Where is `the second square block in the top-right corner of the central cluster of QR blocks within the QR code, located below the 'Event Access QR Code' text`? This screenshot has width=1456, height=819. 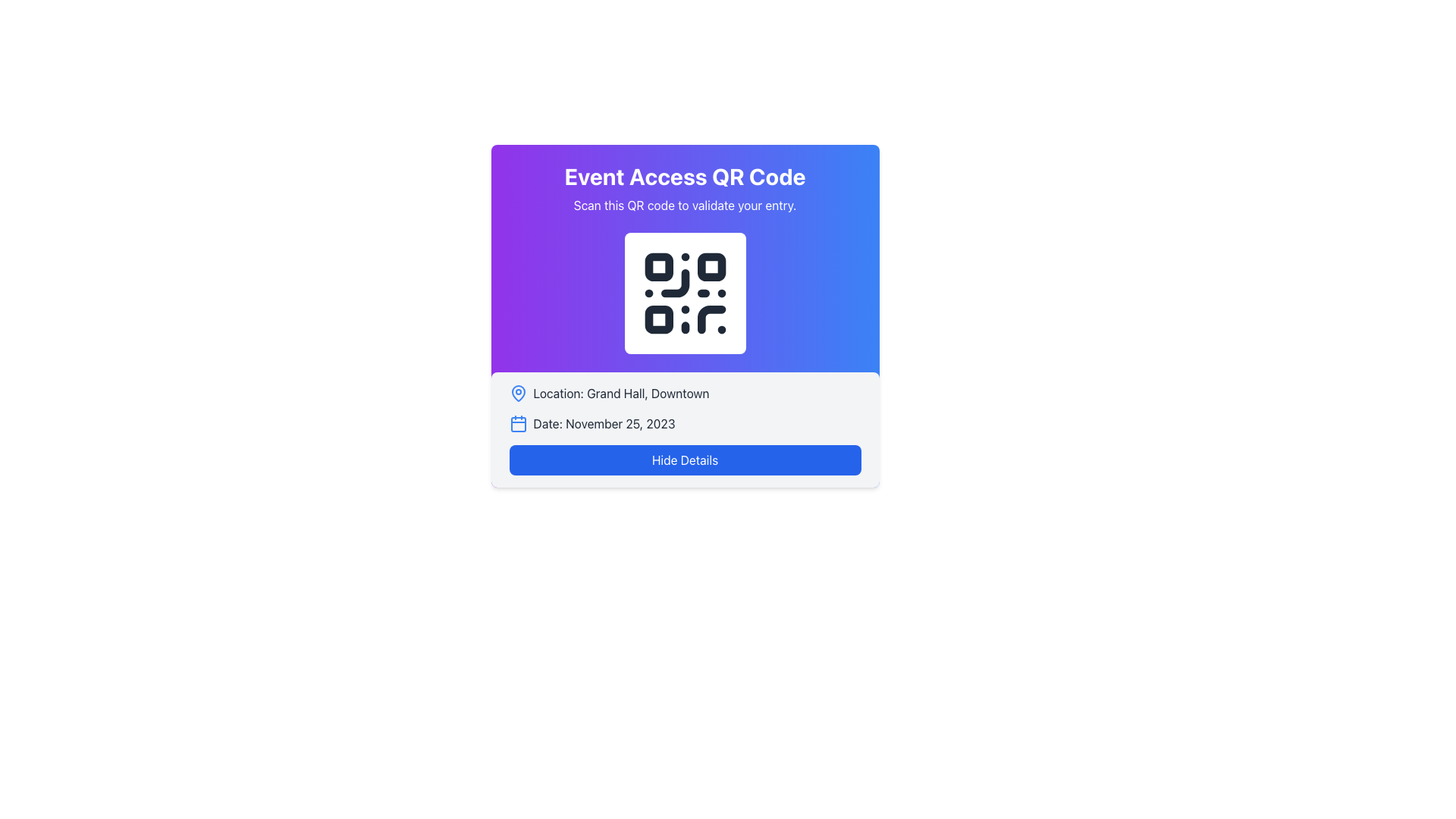 the second square block in the top-right corner of the central cluster of QR blocks within the QR code, located below the 'Event Access QR Code' text is located at coordinates (711, 266).